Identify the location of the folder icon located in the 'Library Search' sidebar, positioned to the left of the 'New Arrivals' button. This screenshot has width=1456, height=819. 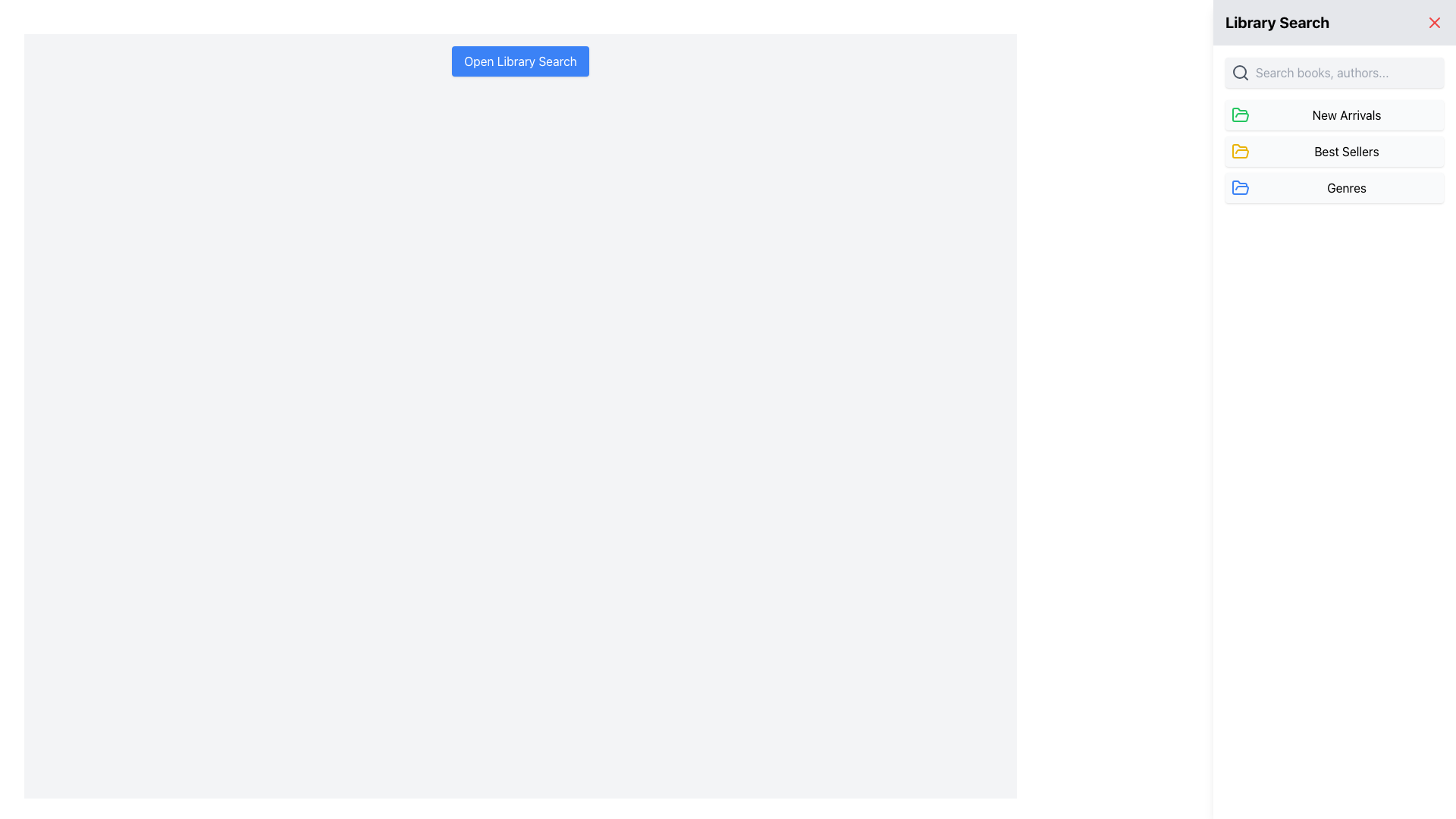
(1241, 187).